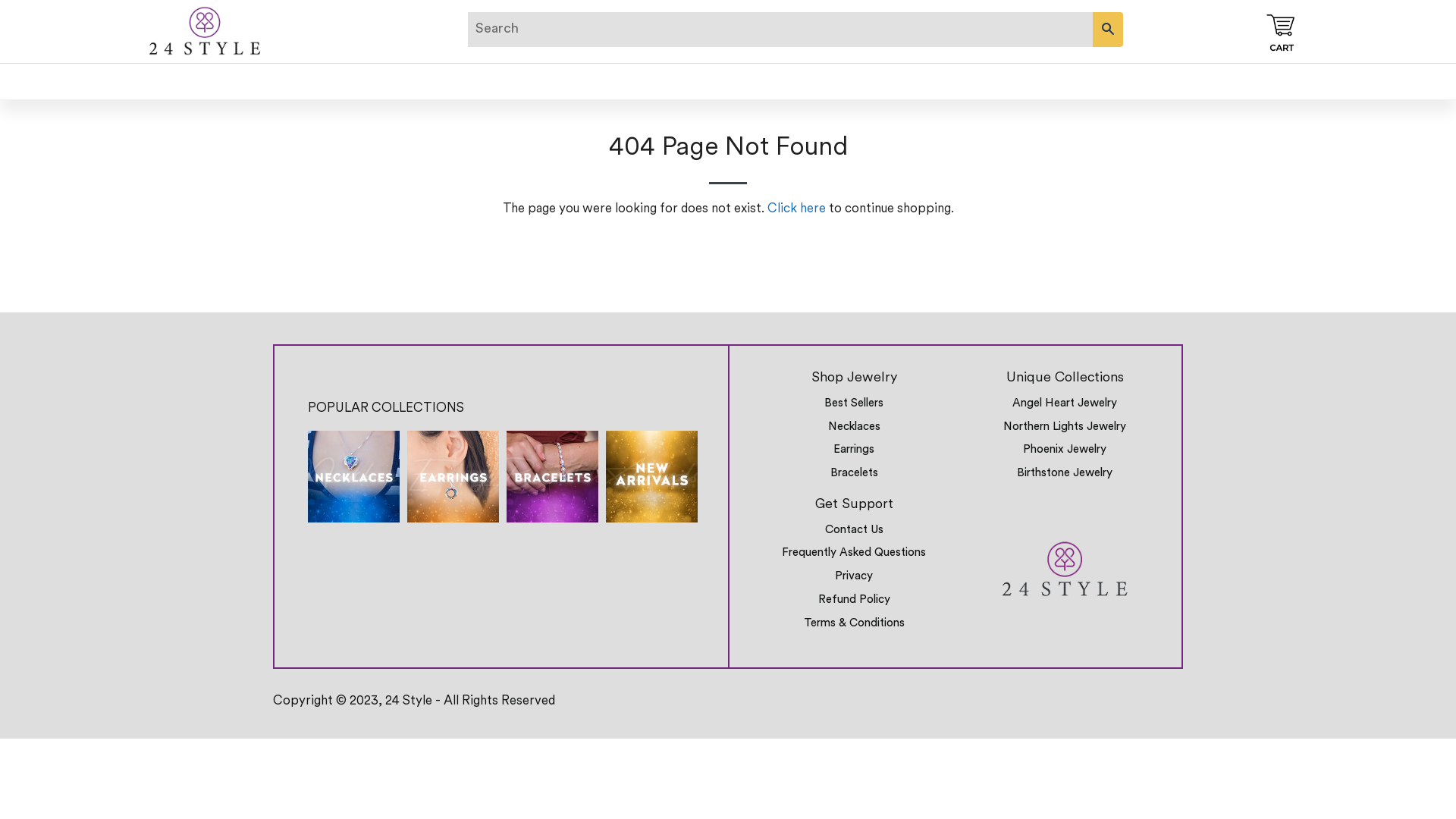  Describe the element at coordinates (854, 553) in the screenshot. I see `'Frequently Asked Questions'` at that location.